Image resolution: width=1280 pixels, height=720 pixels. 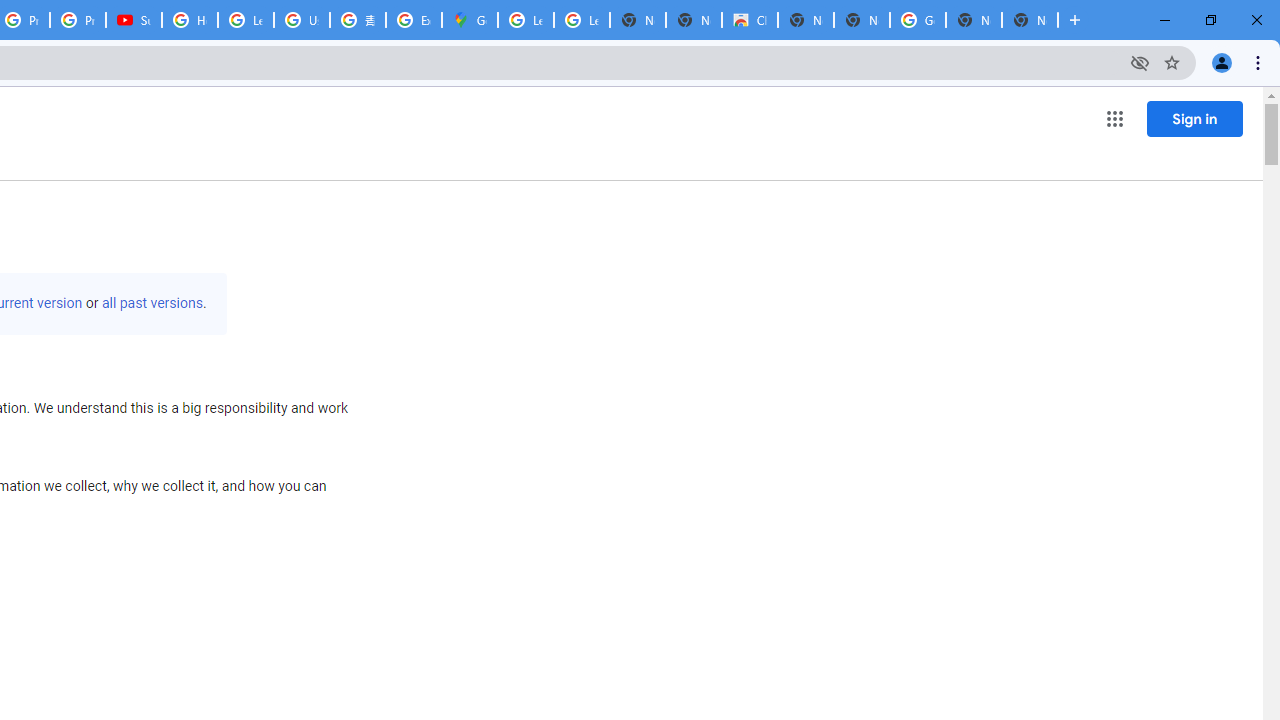 What do you see at coordinates (190, 20) in the screenshot?
I see `'How Chrome protects your passwords - Google Chrome Help'` at bounding box center [190, 20].